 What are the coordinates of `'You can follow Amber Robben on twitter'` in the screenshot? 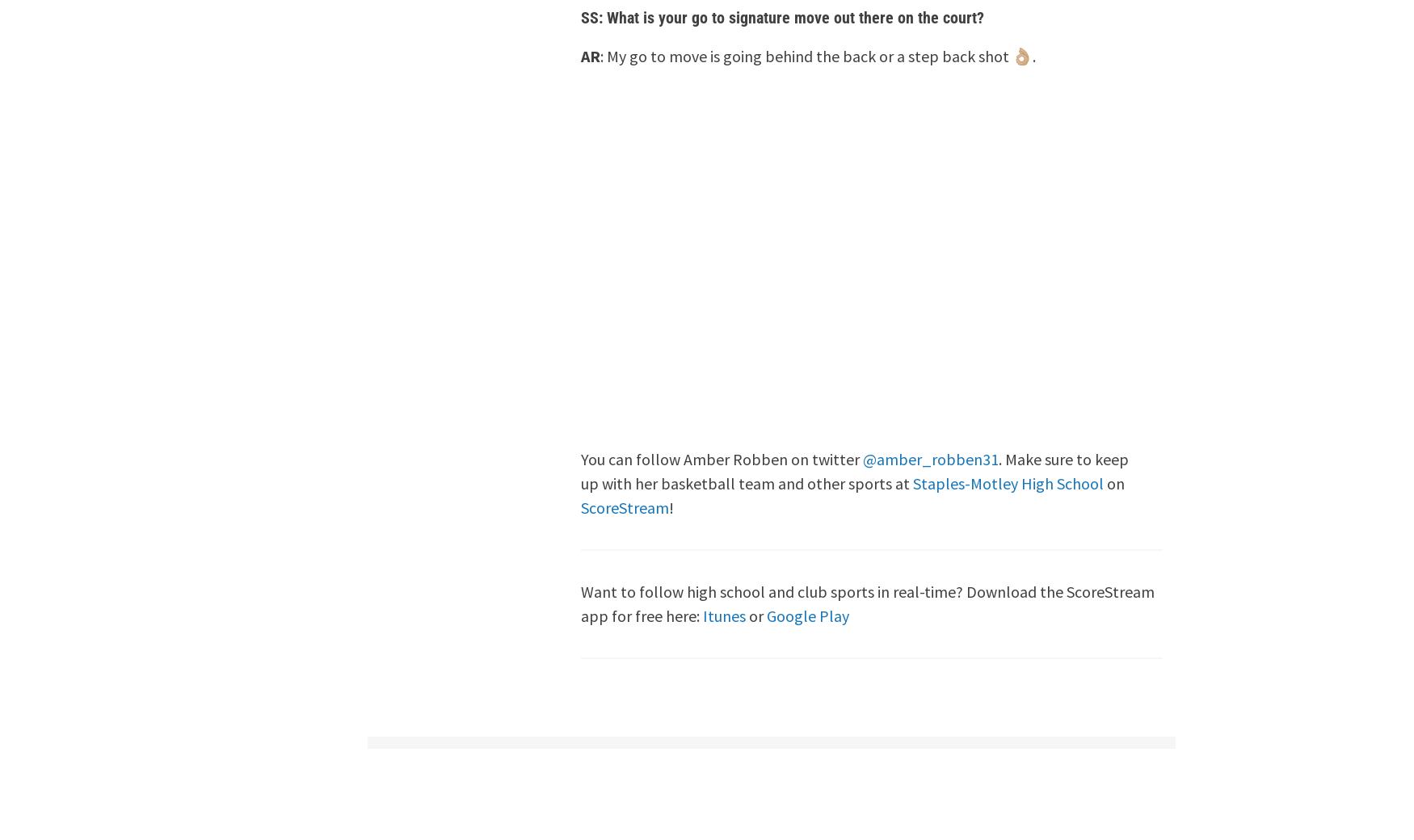 It's located at (721, 458).